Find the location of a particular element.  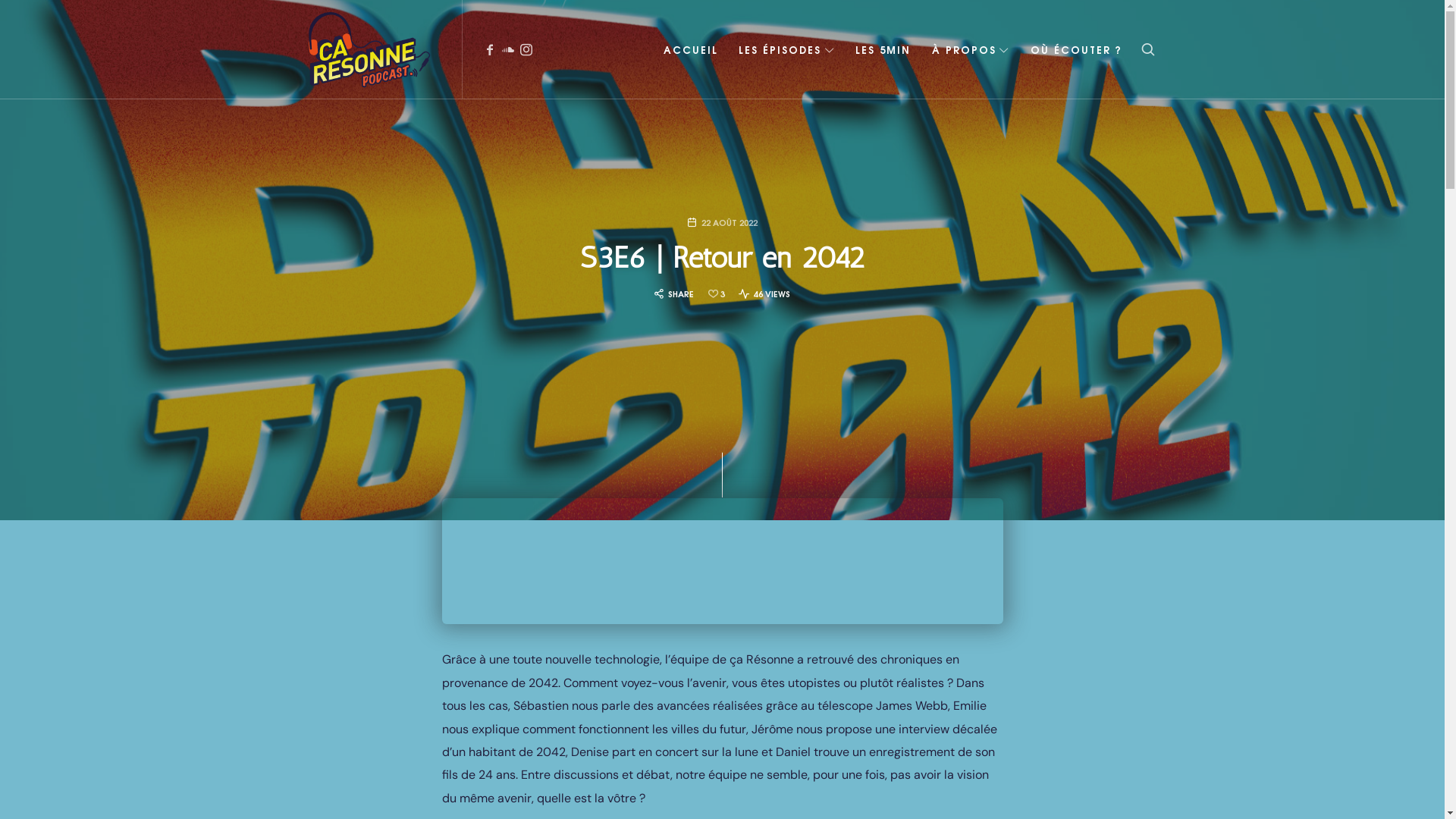

'LES 5MIN' is located at coordinates (883, 49).